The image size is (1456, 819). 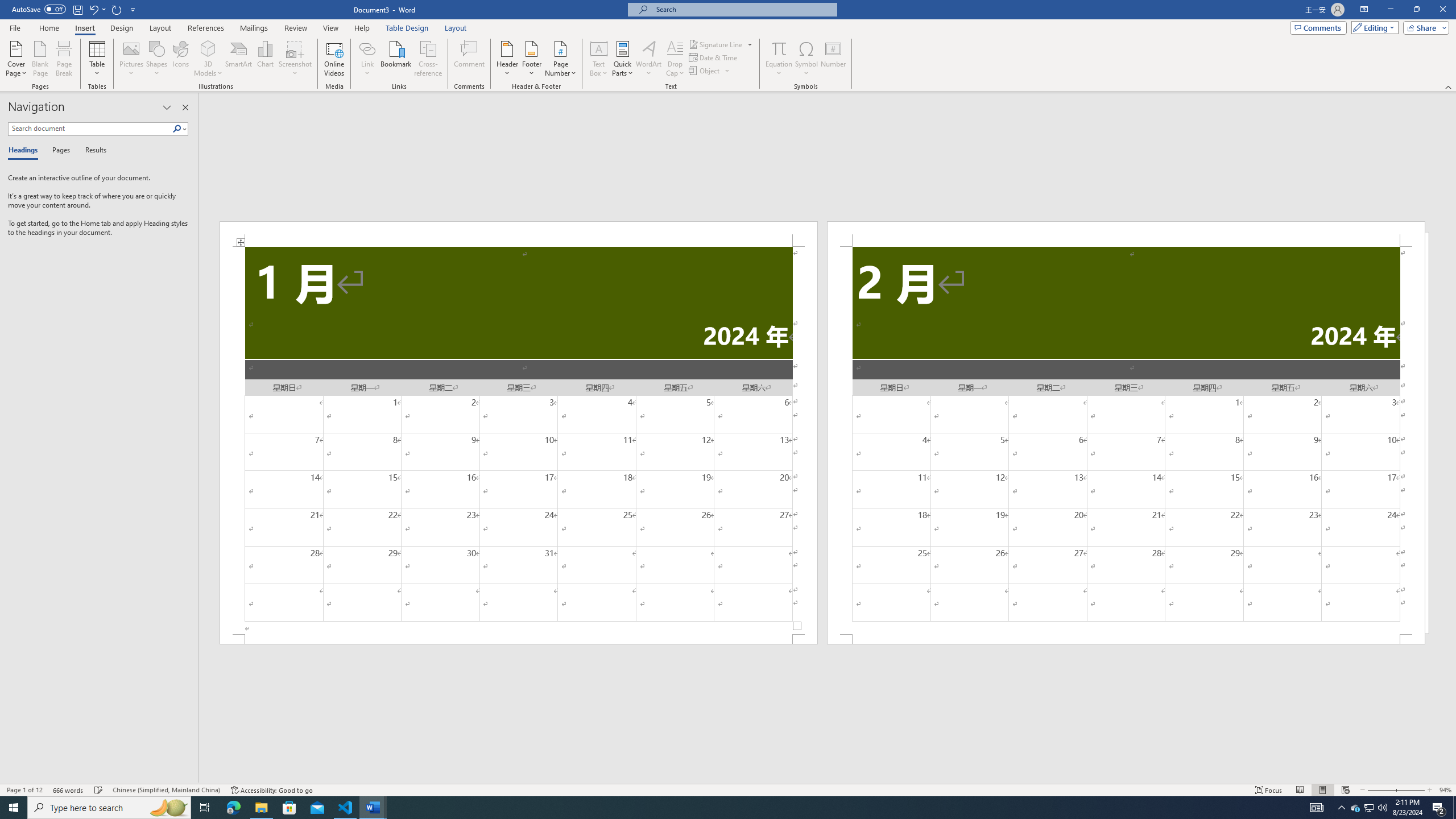 I want to click on 'Pictures', so click(x=131, y=59).